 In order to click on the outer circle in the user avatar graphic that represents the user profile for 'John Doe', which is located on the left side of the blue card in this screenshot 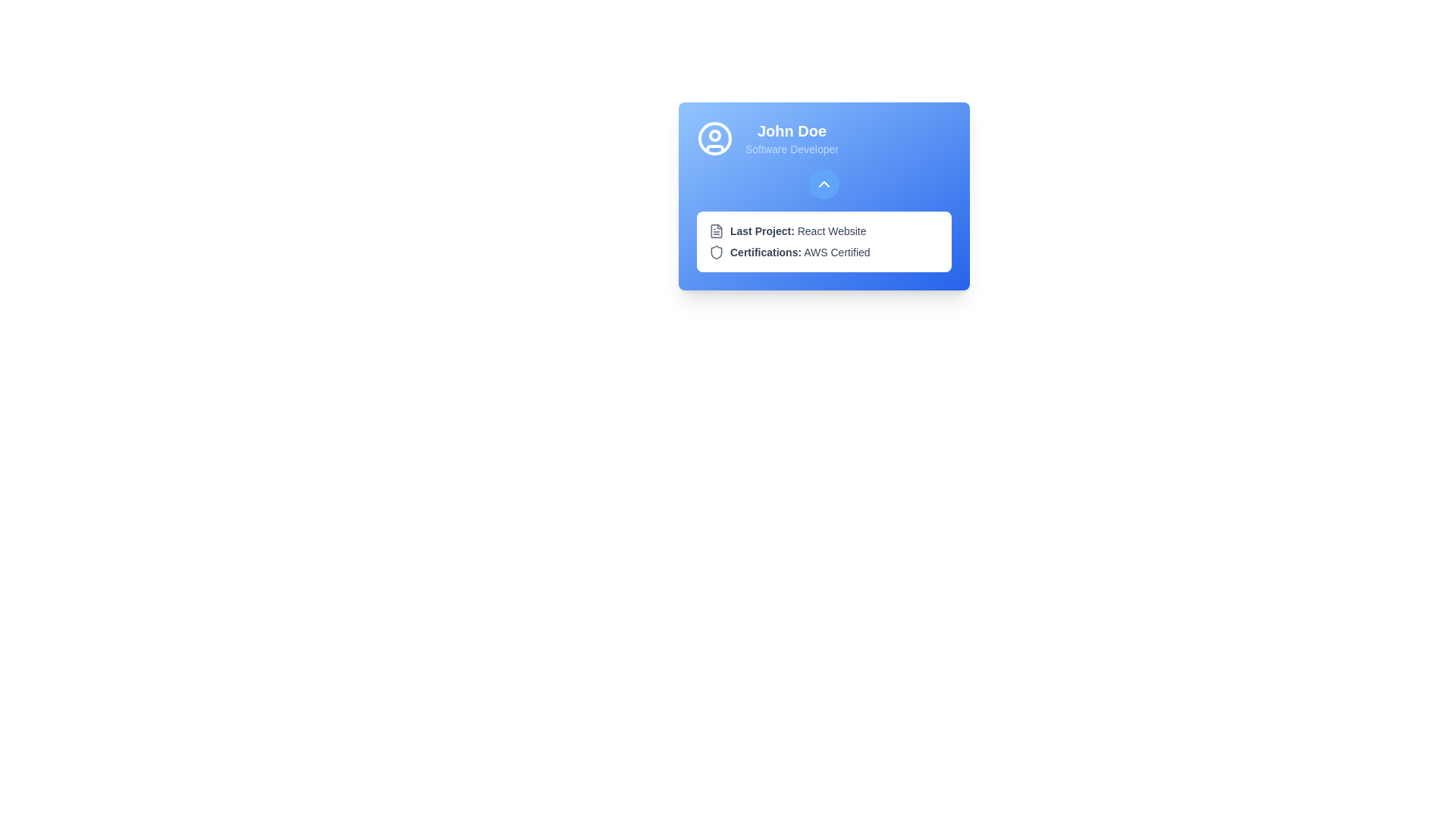, I will do `click(714, 138)`.